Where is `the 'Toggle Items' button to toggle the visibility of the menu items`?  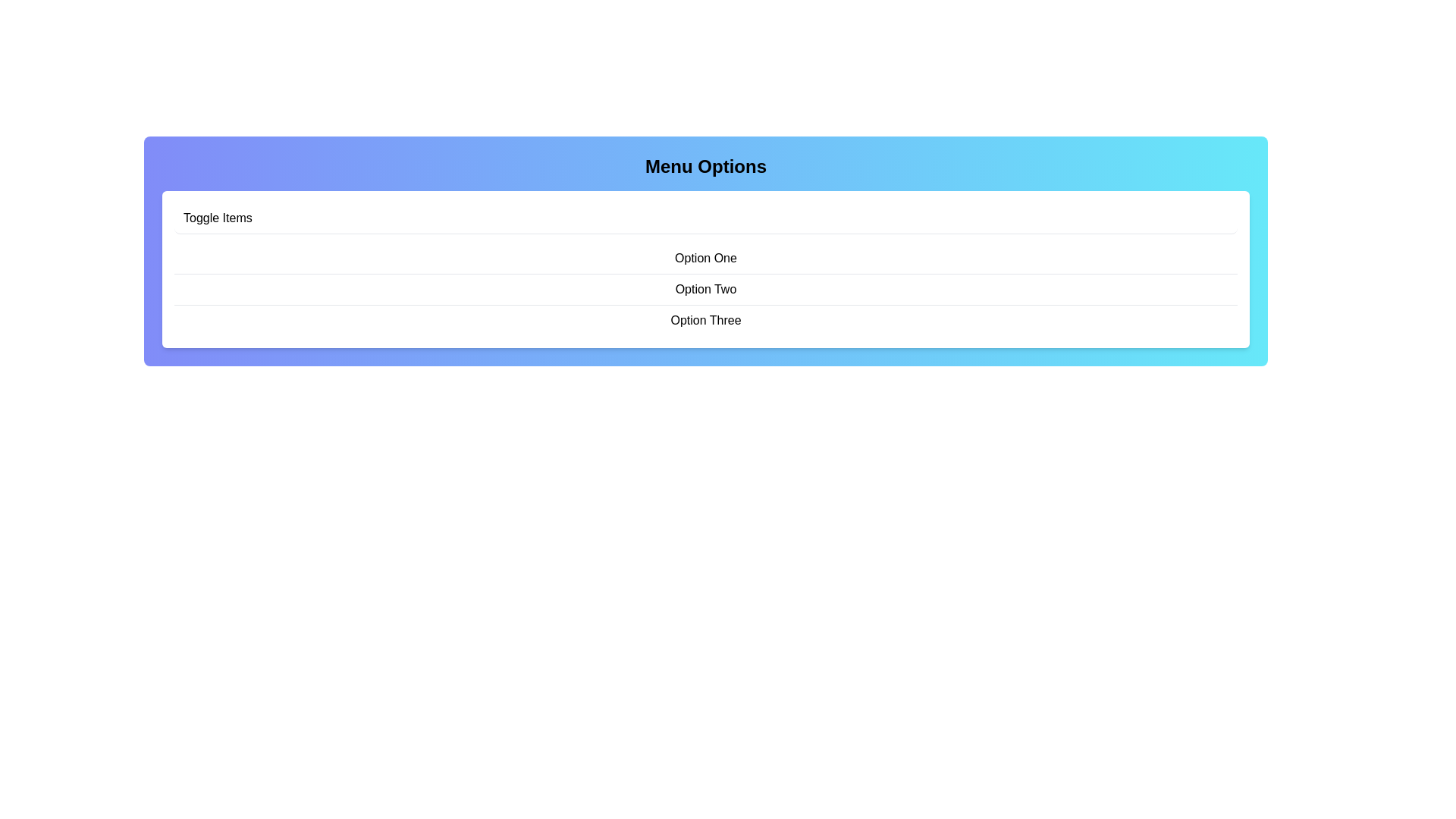
the 'Toggle Items' button to toggle the visibility of the menu items is located at coordinates (705, 218).